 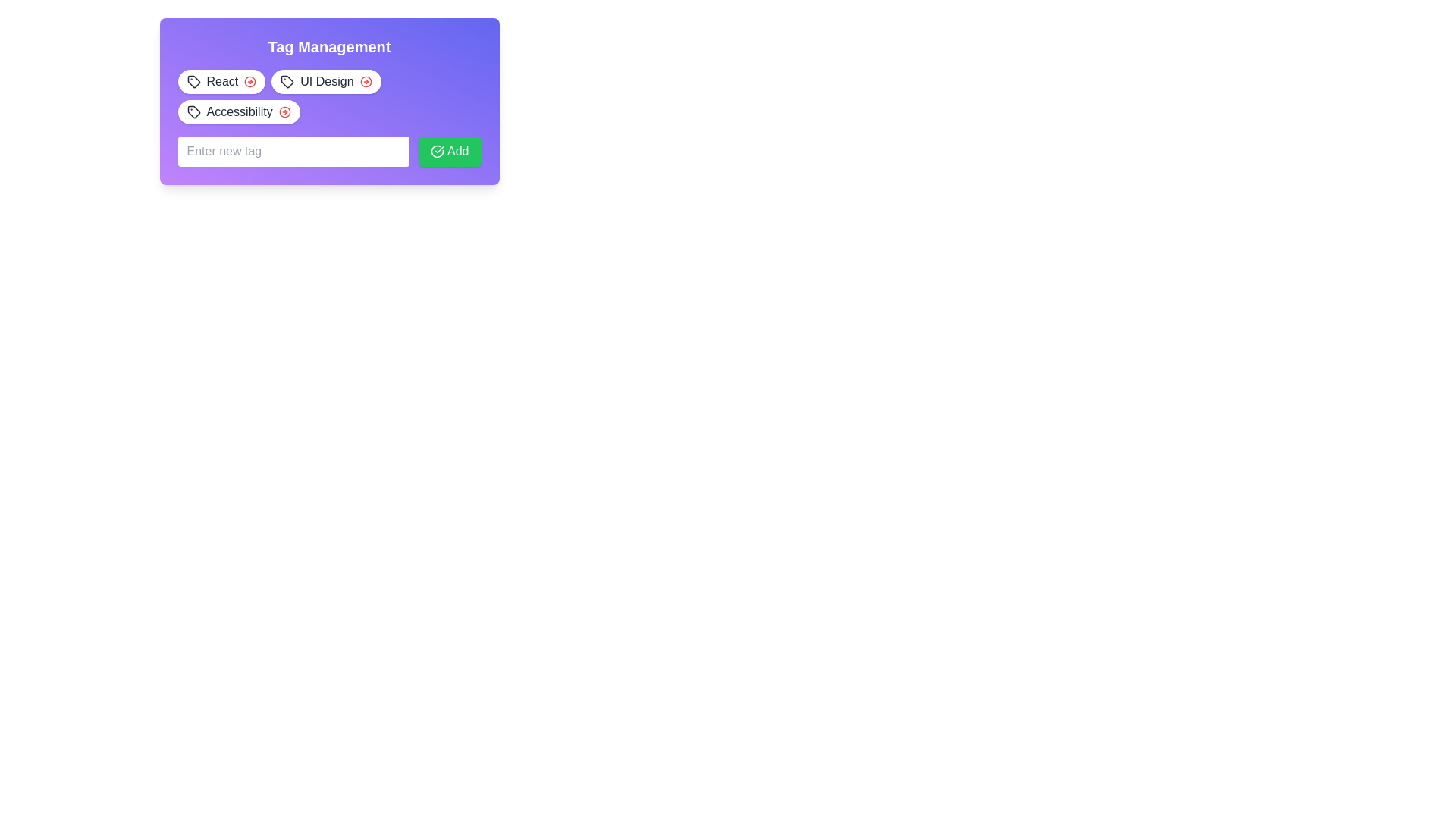 What do you see at coordinates (287, 82) in the screenshot?
I see `the tag icon representing 'UI Design', which is located to the left of the 'UI Design' text in the tag management section` at bounding box center [287, 82].